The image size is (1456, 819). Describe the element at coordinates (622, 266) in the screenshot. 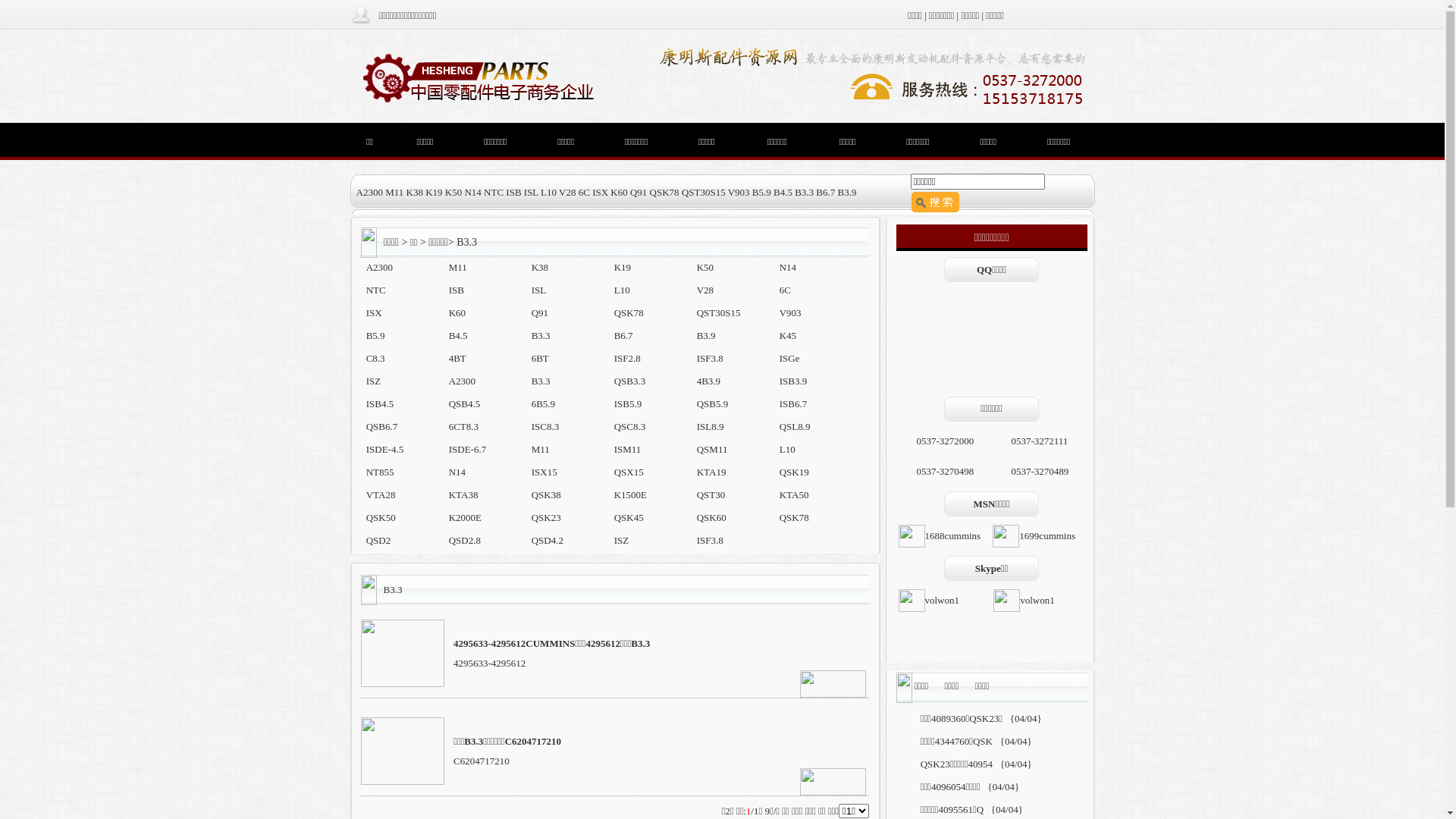

I see `'K19'` at that location.